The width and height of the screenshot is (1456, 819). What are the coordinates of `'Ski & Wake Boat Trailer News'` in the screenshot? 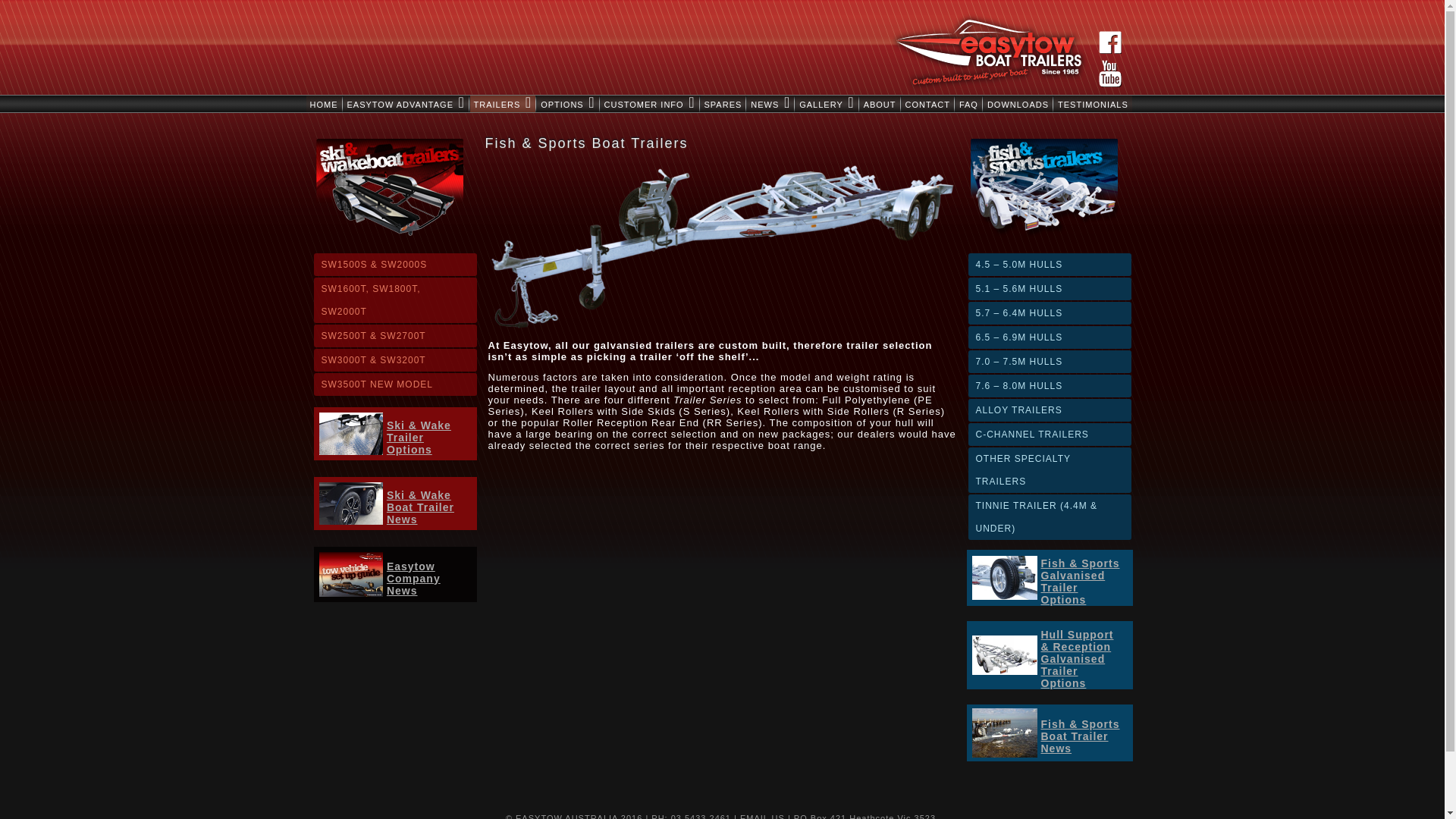 It's located at (386, 507).